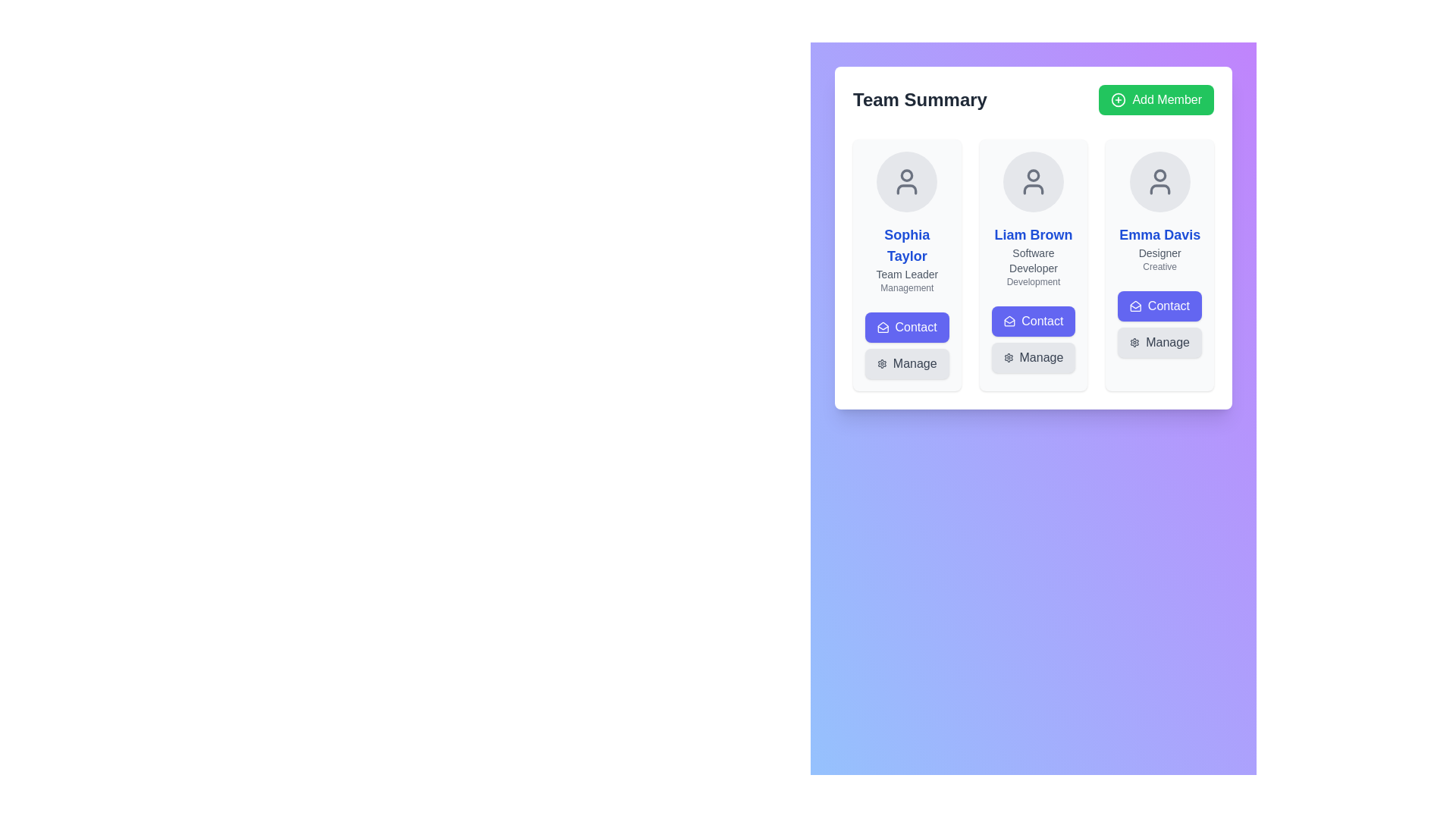  I want to click on the 'Contact' and 'Manage' buttons of the 'Emma Davis' profile in the rightmost card, so click(1159, 324).